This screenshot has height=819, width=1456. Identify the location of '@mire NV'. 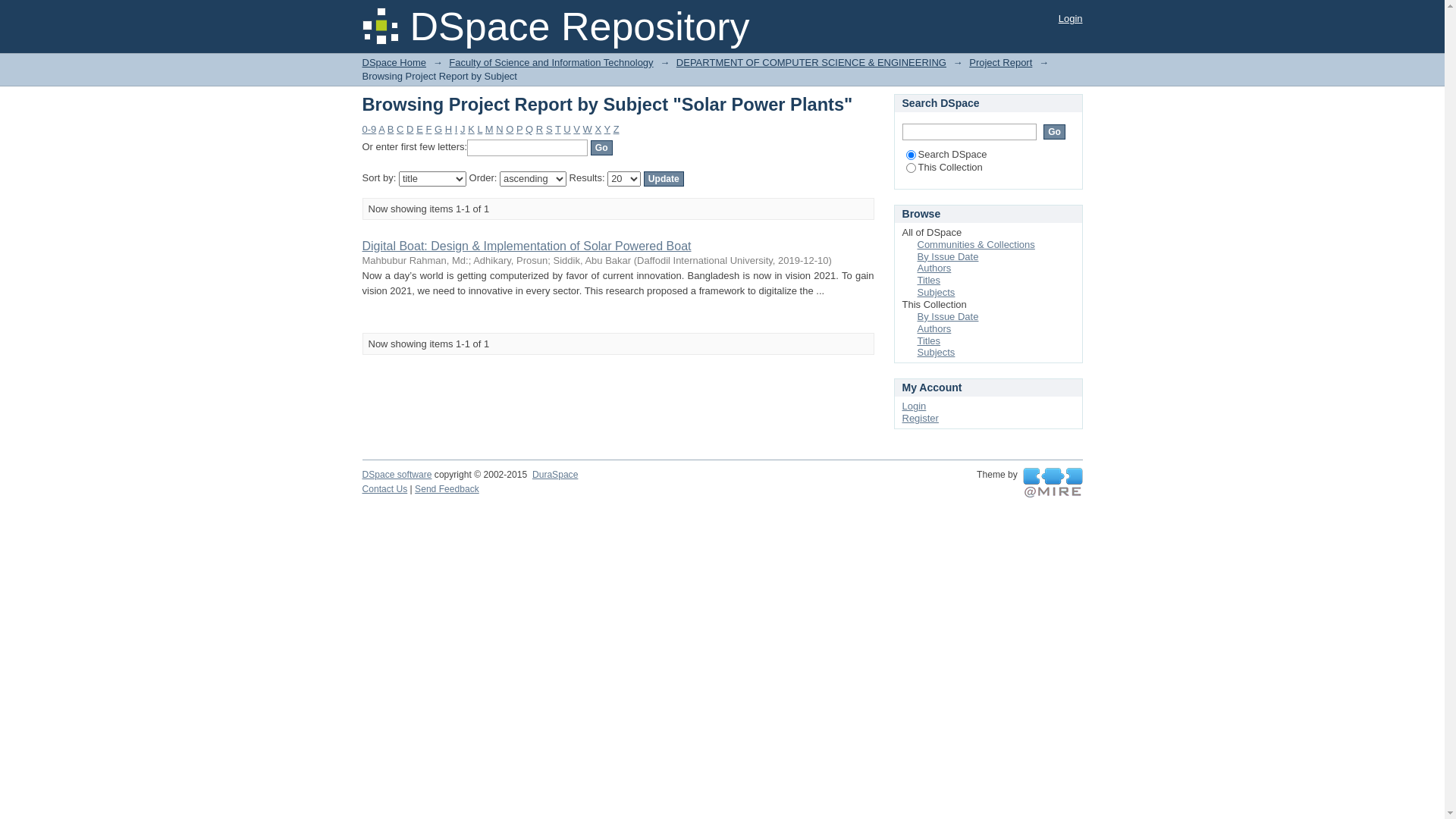
(1051, 482).